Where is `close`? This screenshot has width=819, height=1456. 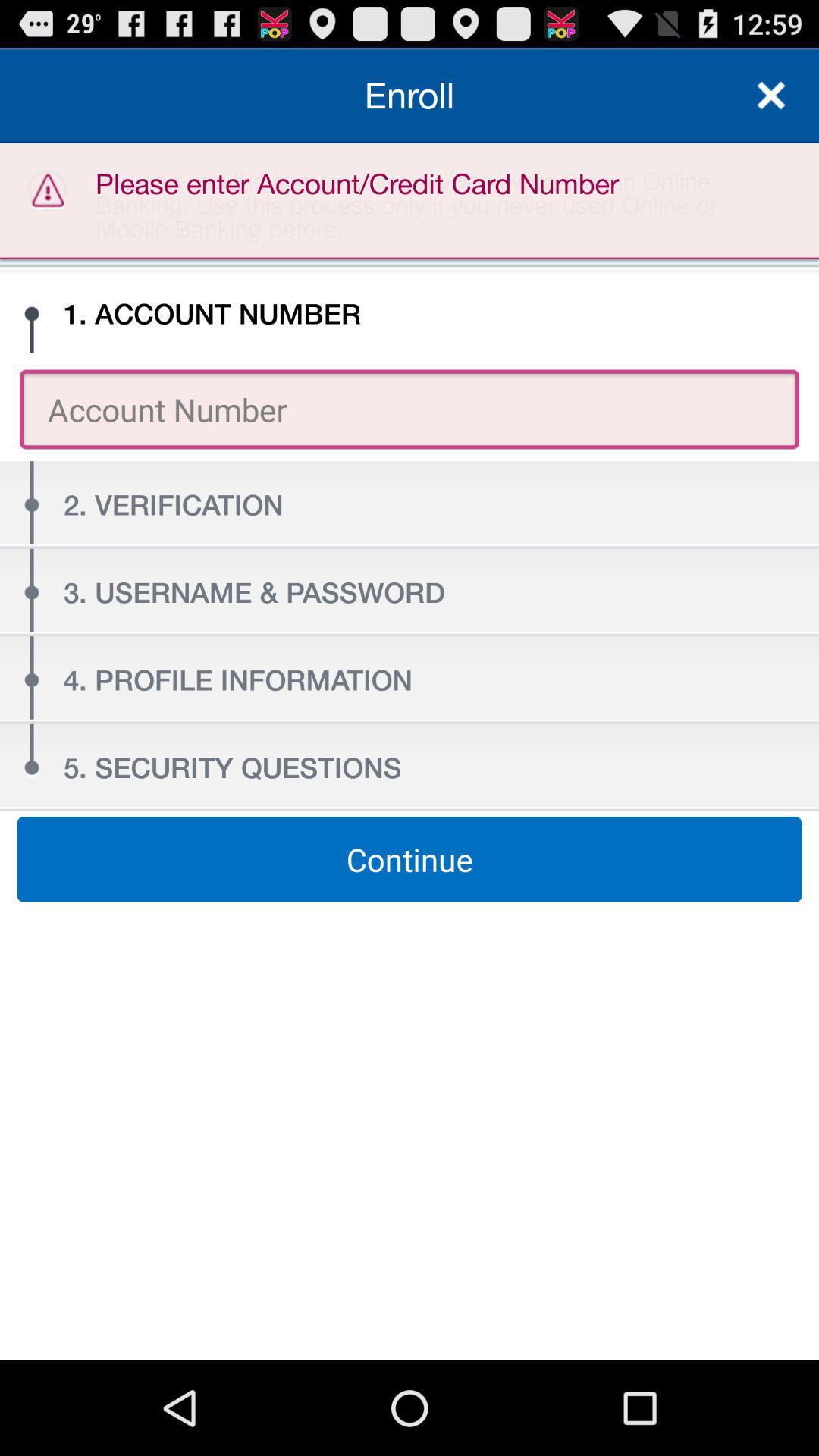
close is located at coordinates (771, 94).